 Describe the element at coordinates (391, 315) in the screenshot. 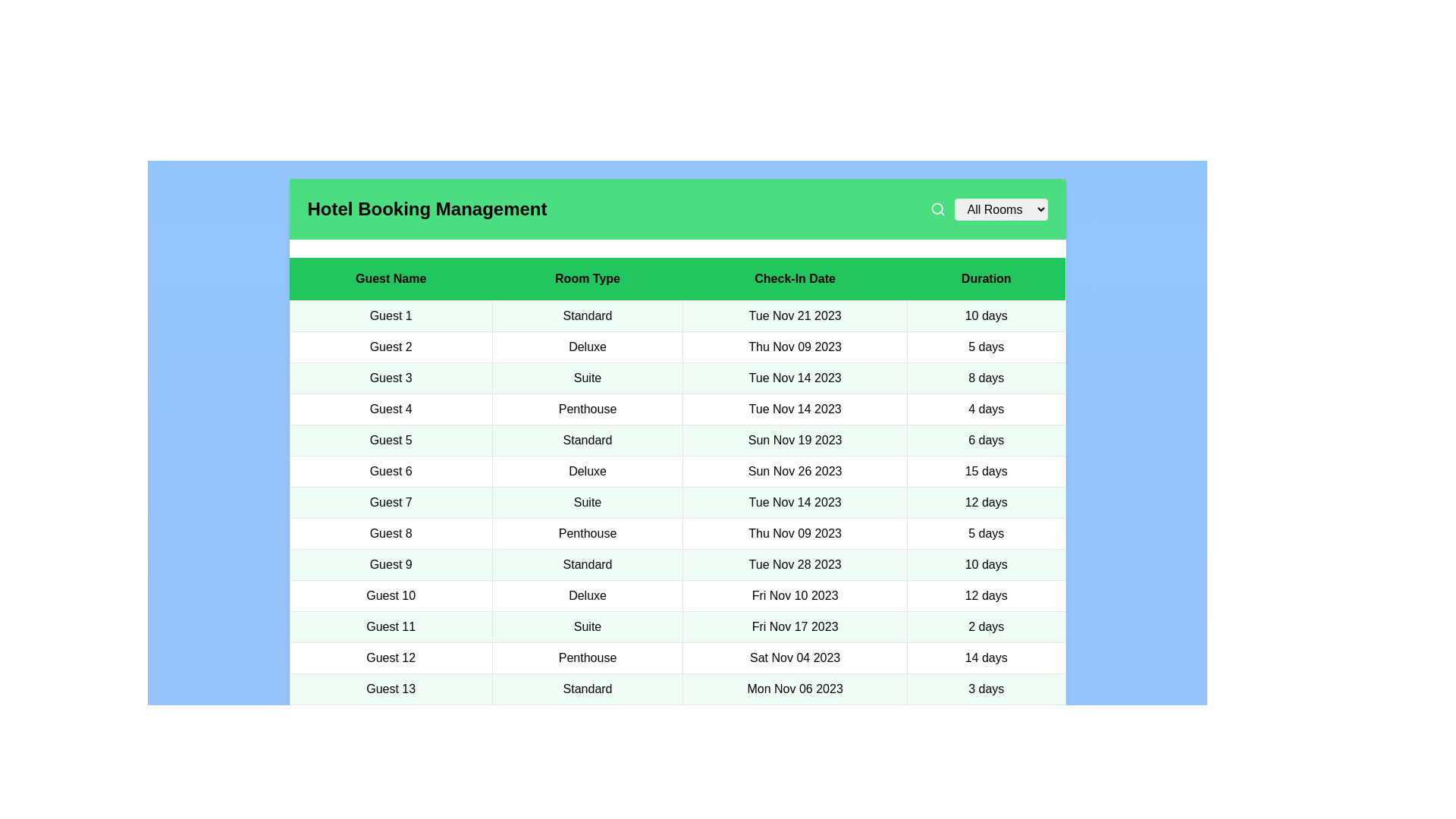

I see `the text 'Guest 1' in the table to highlight it` at that location.